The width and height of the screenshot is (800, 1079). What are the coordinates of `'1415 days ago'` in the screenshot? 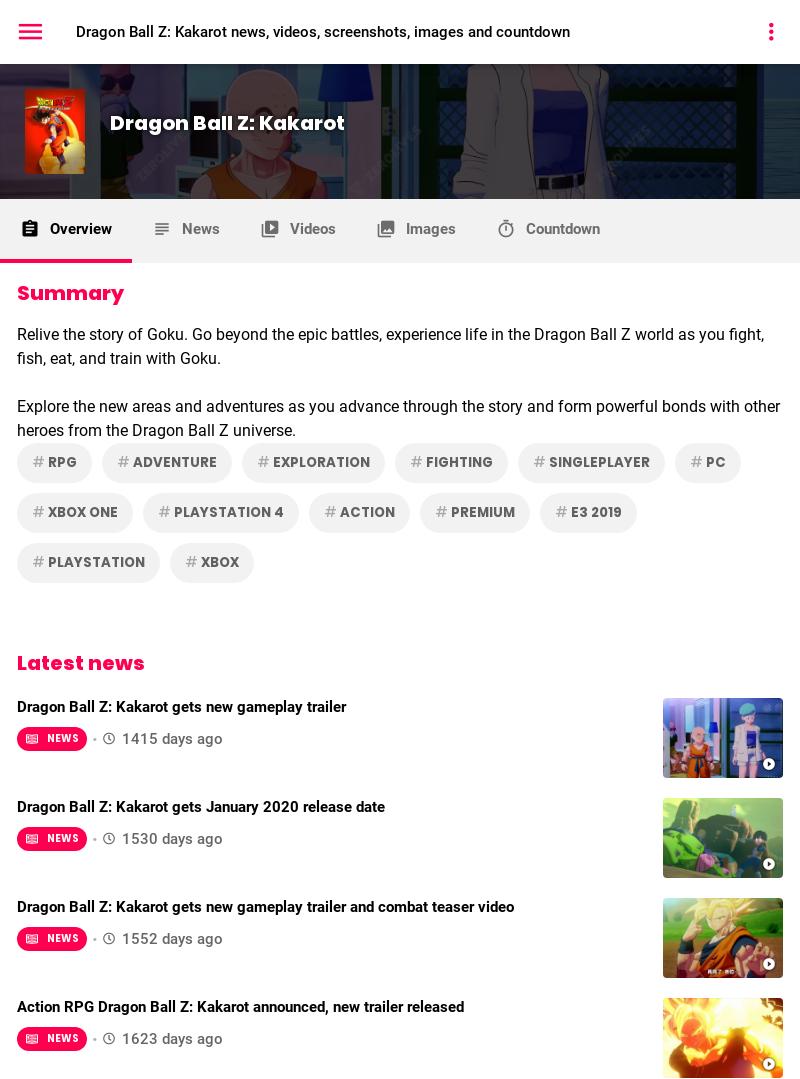 It's located at (171, 738).